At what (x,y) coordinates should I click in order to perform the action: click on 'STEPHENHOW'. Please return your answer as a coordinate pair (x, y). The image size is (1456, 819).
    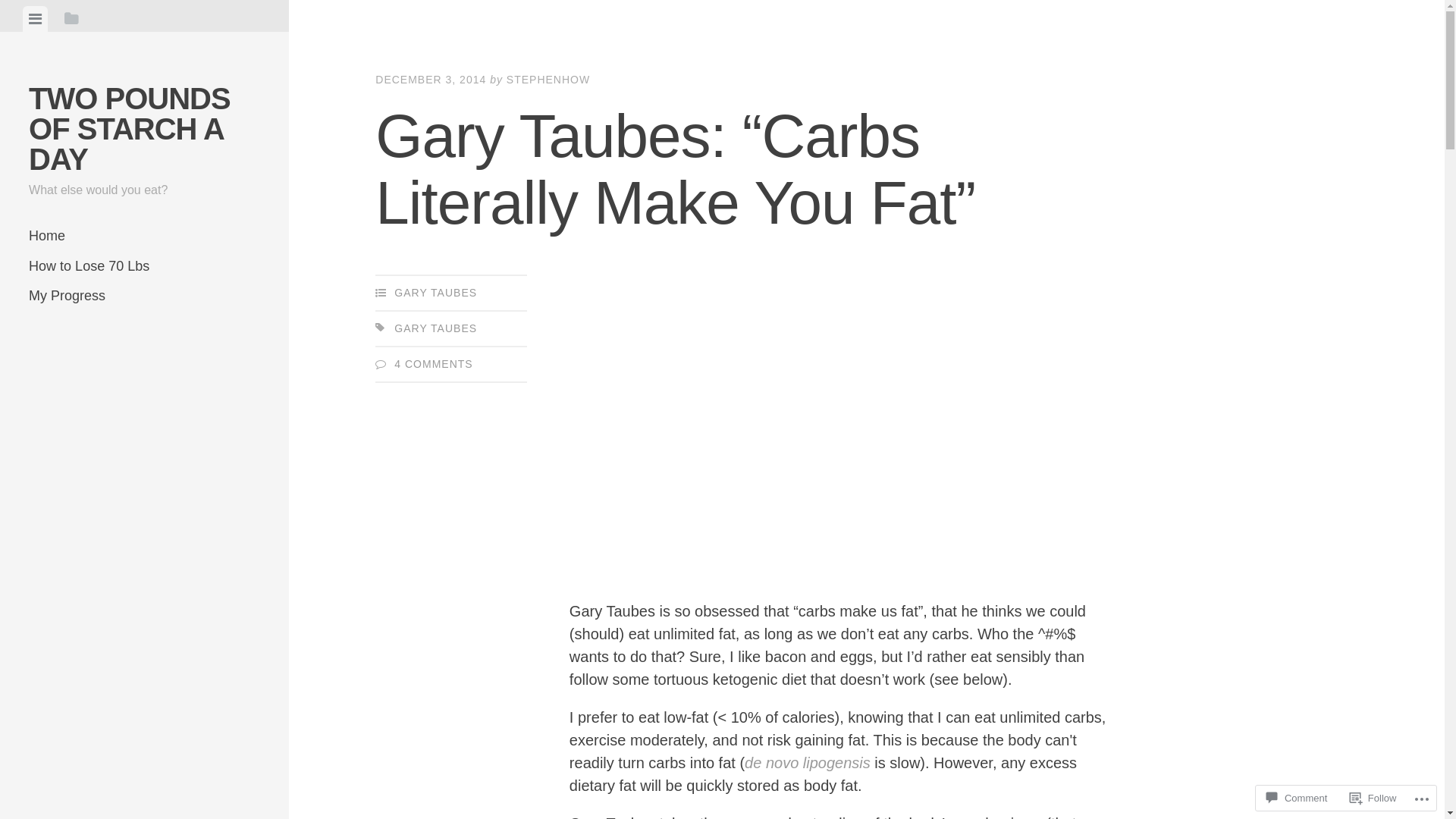
    Looking at the image, I should click on (548, 79).